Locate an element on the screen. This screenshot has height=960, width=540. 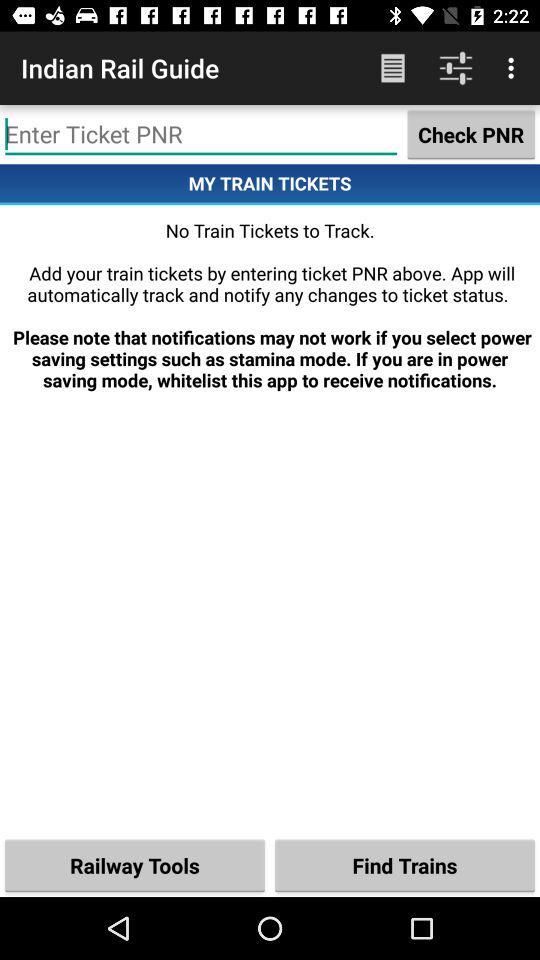
find trains is located at coordinates (405, 864).